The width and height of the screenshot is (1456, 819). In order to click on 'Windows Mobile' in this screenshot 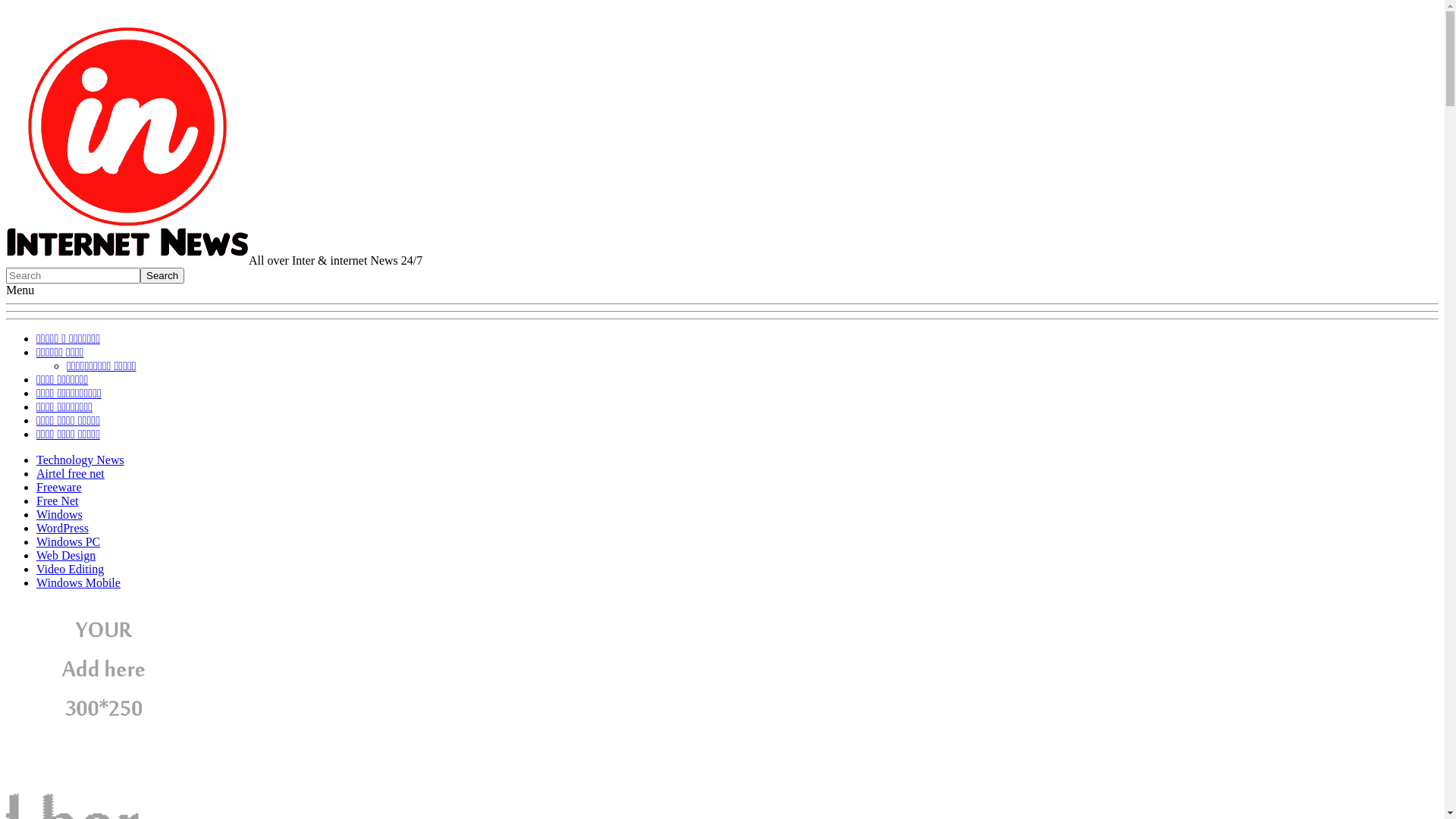, I will do `click(77, 582)`.